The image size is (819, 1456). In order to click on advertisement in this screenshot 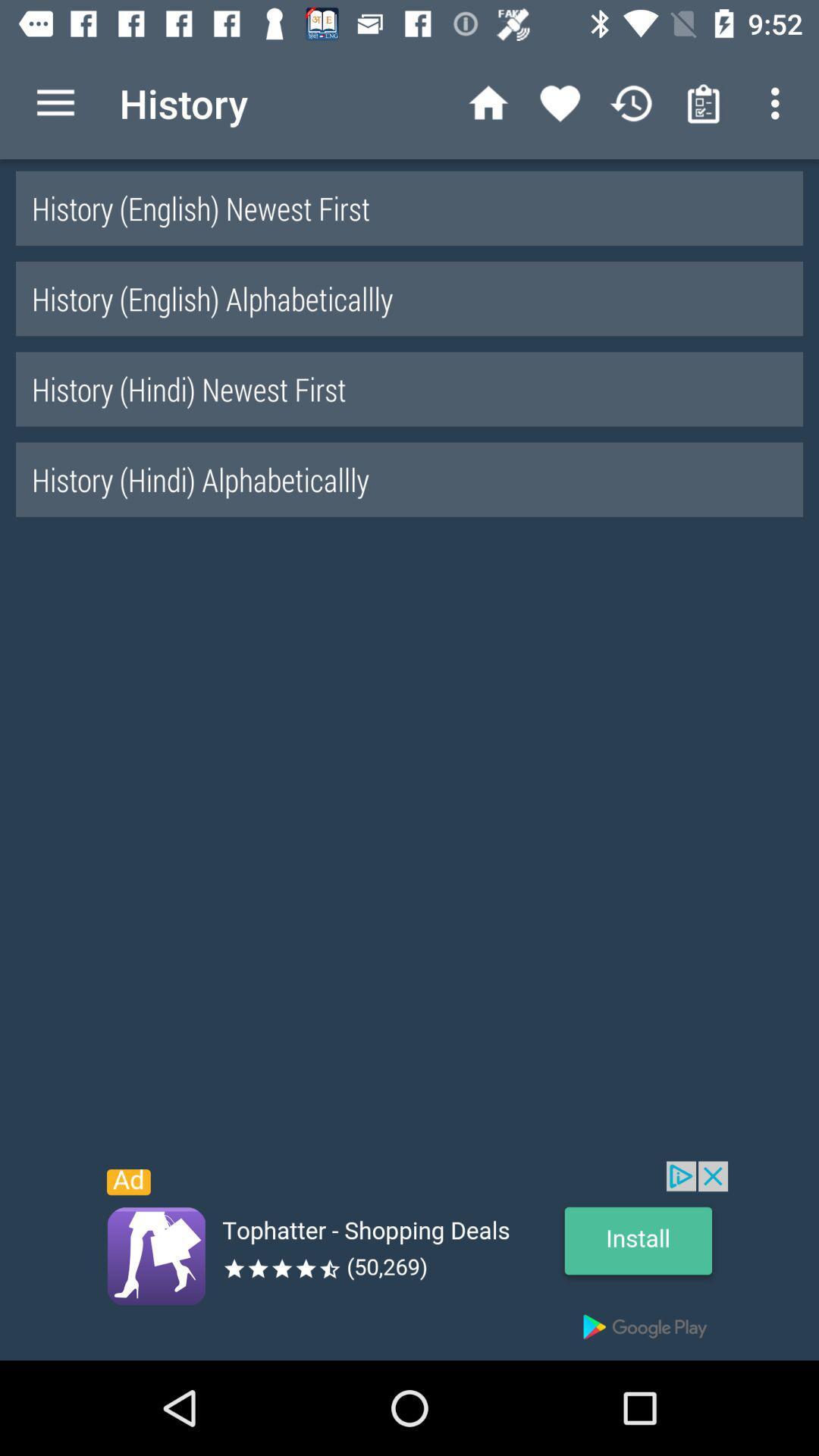, I will do `click(409, 1260)`.